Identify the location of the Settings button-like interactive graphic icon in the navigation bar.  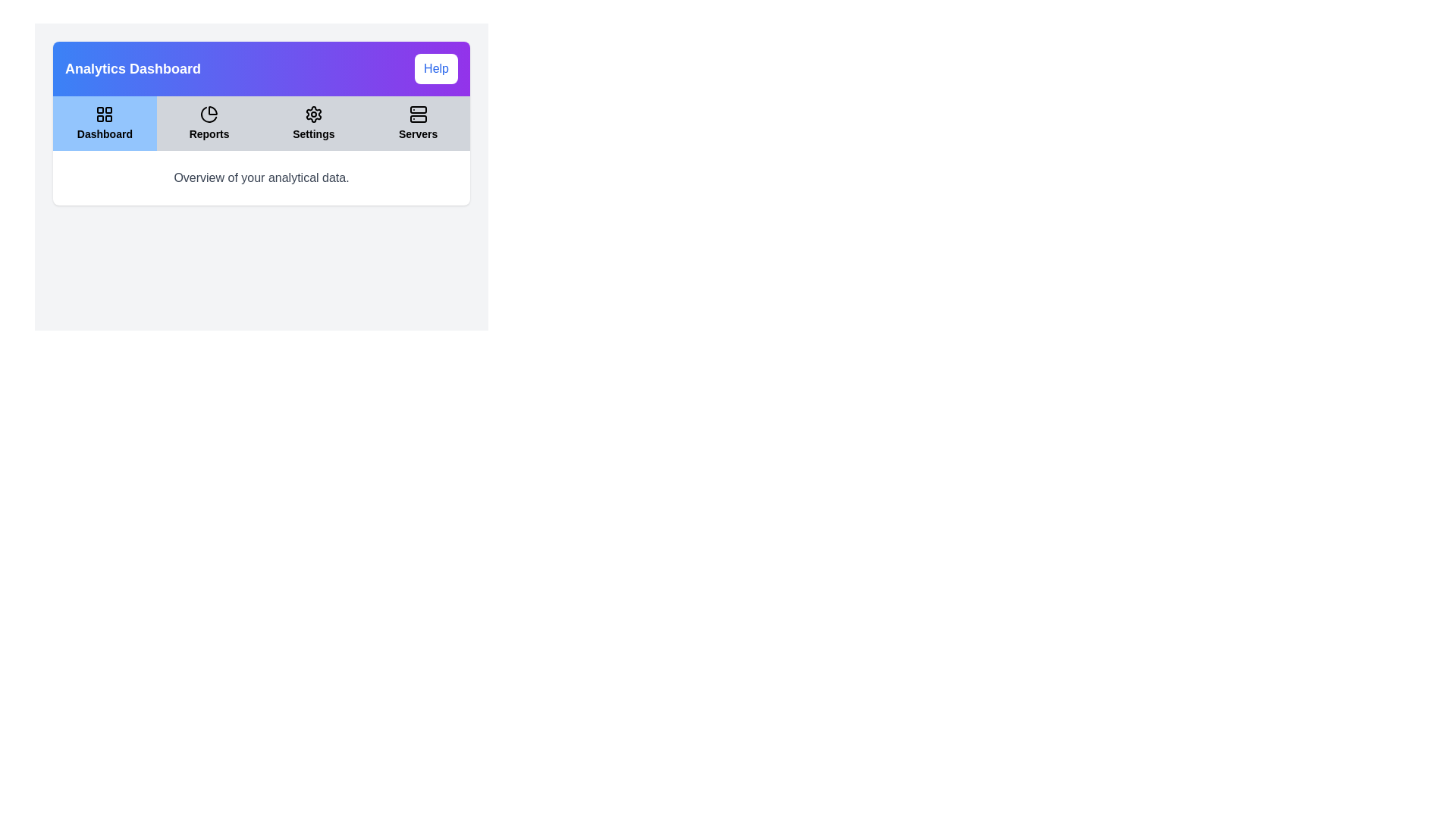
(312, 113).